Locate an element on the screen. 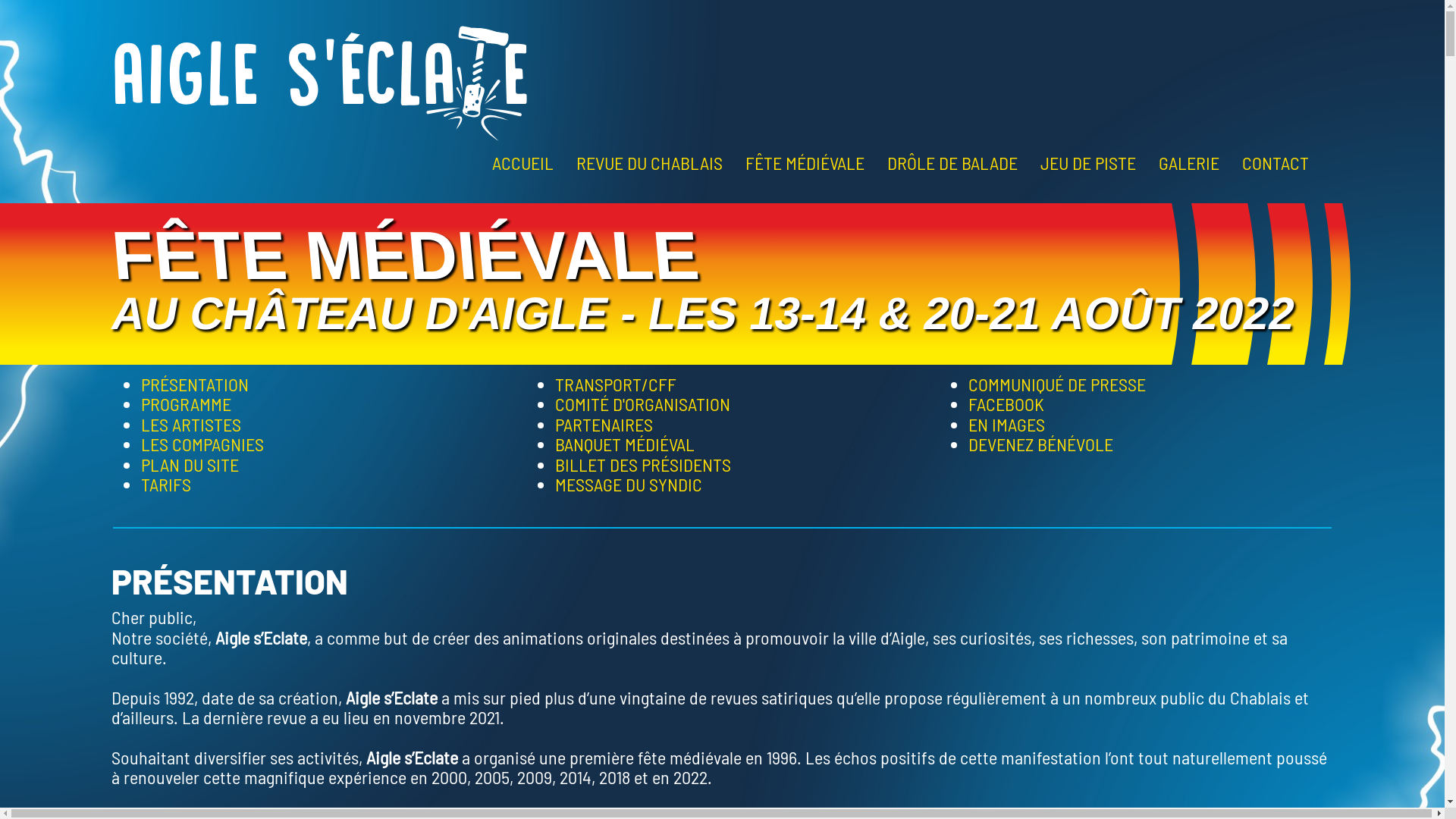 The width and height of the screenshot is (1456, 819). 'JEU DE PISTE' is located at coordinates (1087, 162).